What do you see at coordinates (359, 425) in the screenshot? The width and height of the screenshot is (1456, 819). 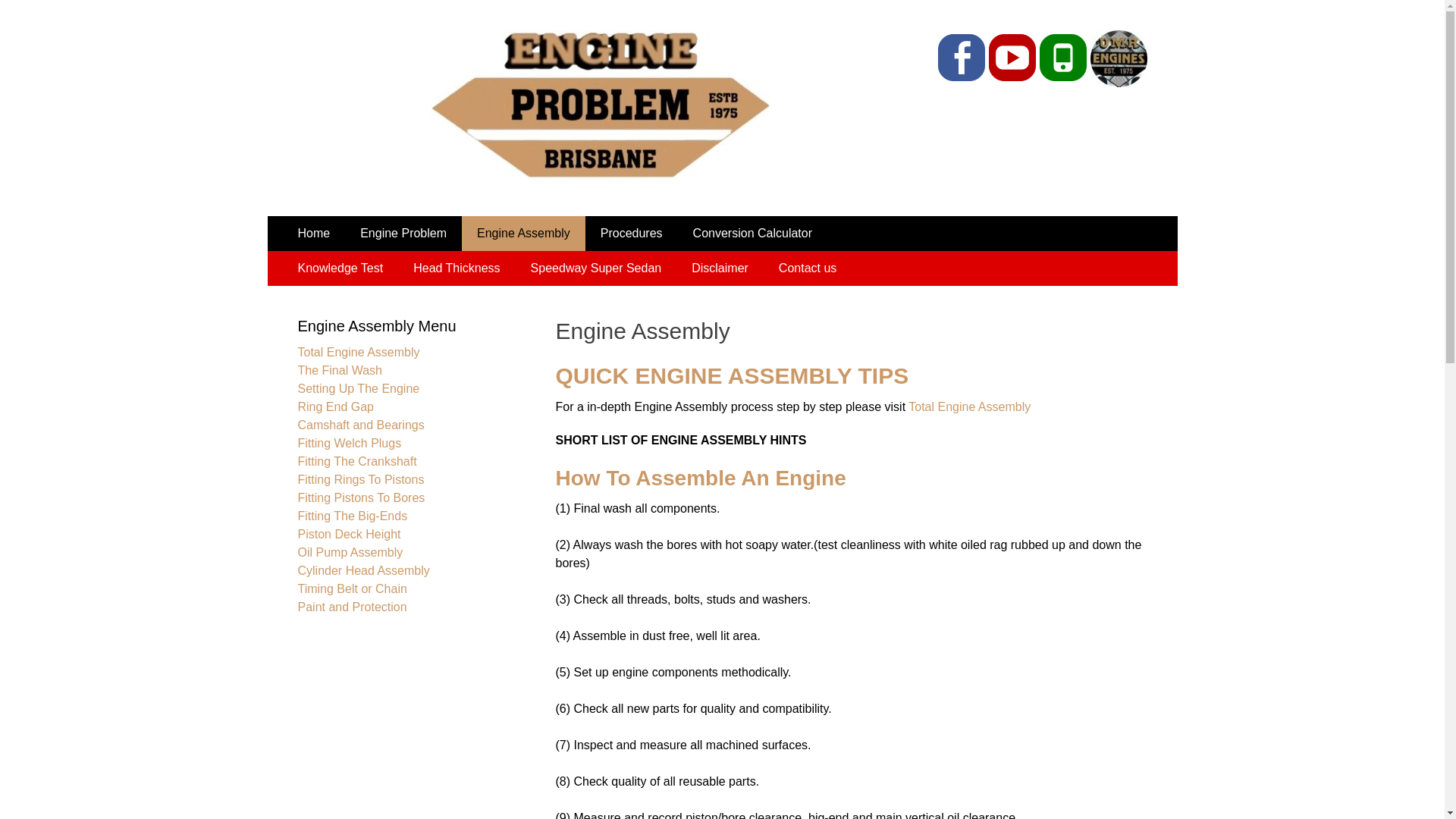 I see `'Camshaft and Bearings'` at bounding box center [359, 425].